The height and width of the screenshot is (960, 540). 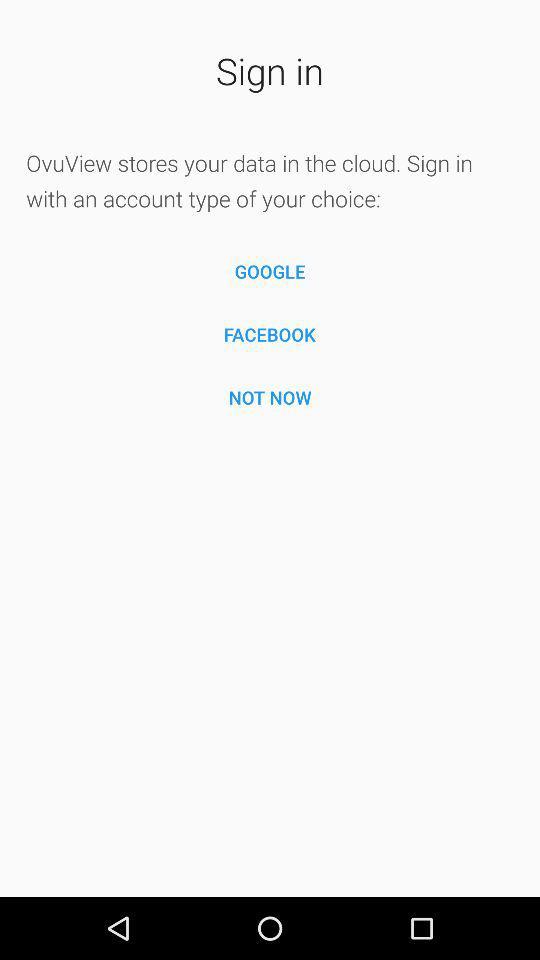 What do you see at coordinates (270, 270) in the screenshot?
I see `the google` at bounding box center [270, 270].